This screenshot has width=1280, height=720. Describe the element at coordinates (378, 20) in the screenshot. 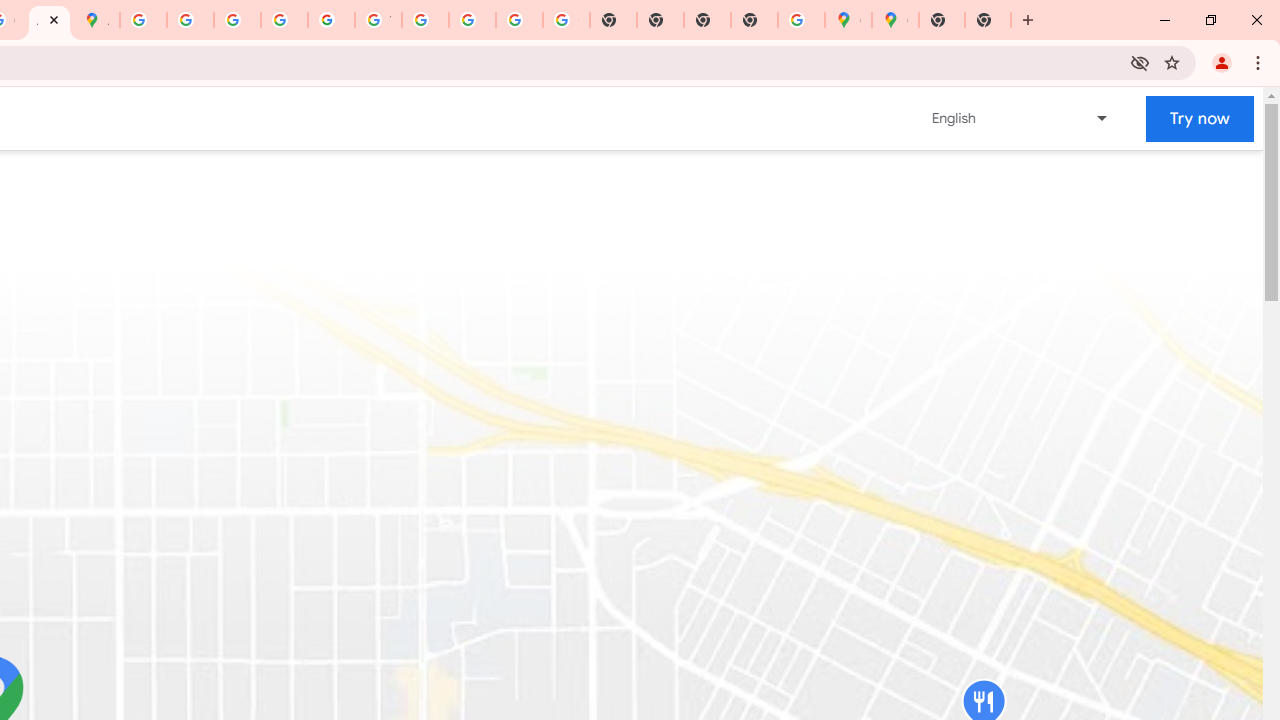

I see `'YouTube'` at that location.